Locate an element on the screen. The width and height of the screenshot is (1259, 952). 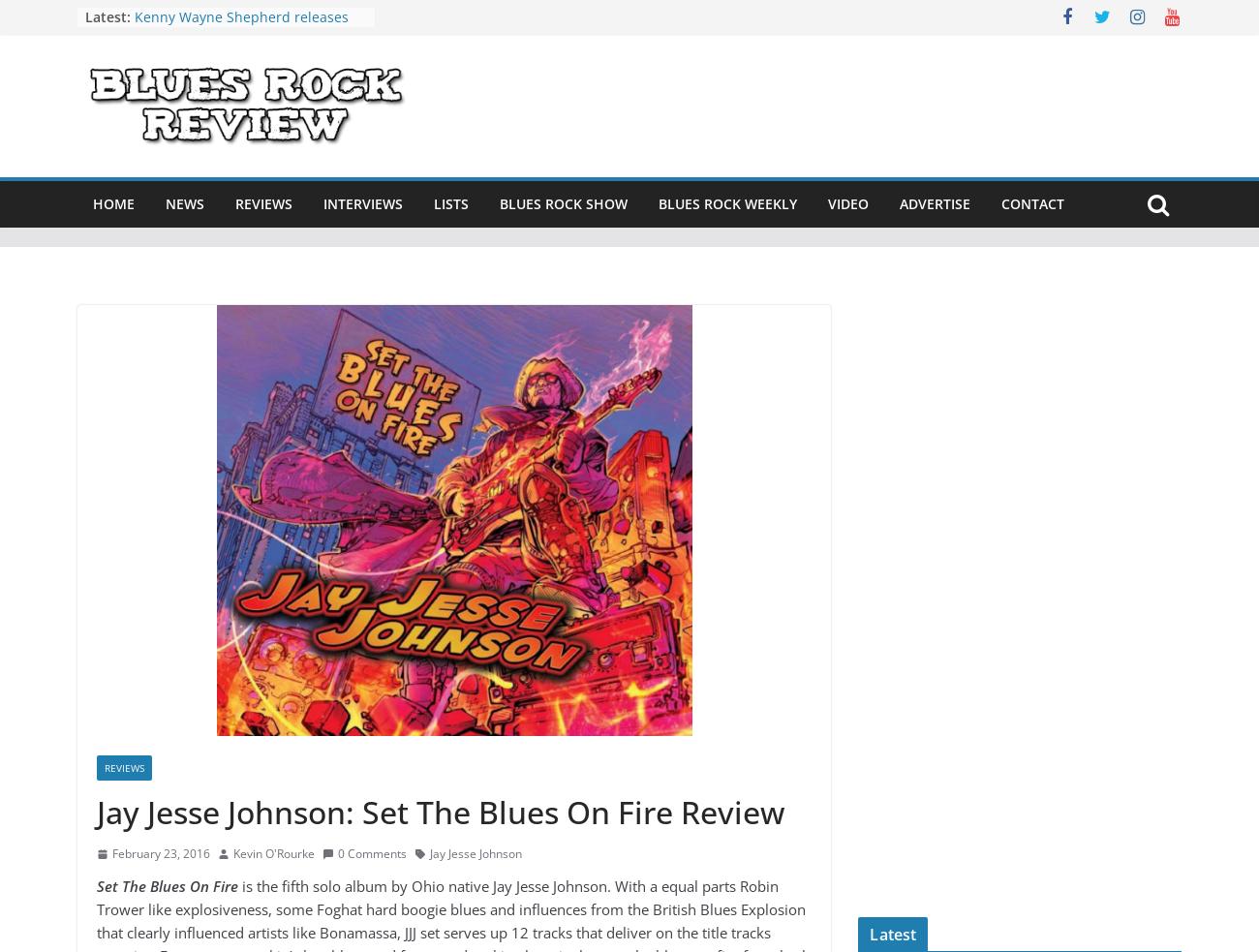
'Honey Island Swamp Band: Custom Deluxe Review' is located at coordinates (249, 103).